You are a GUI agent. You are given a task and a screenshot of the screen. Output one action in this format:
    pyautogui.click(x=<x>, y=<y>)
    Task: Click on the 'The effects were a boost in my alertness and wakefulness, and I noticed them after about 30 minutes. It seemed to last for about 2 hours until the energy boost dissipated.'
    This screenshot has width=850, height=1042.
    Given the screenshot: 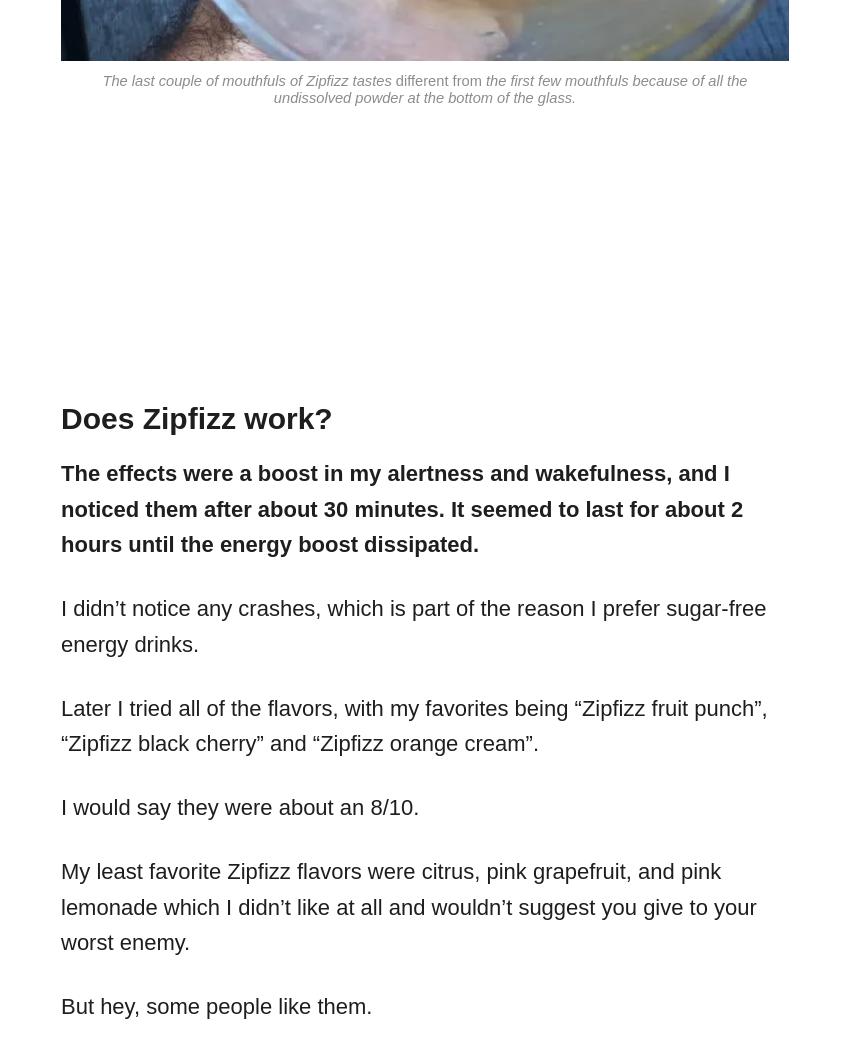 What is the action you would take?
    pyautogui.click(x=401, y=508)
    